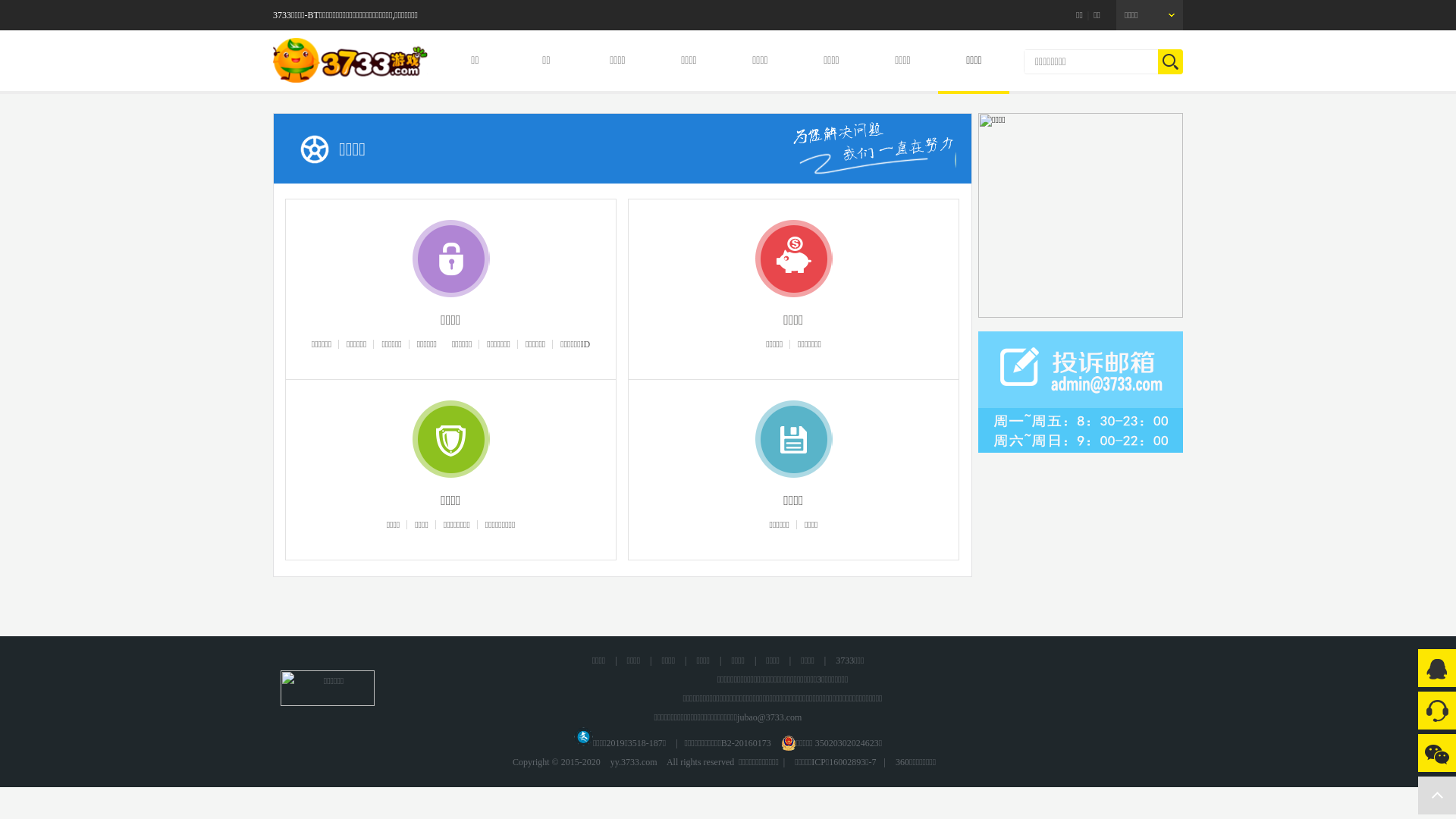  What do you see at coordinates (602, 762) in the screenshot?
I see `'yy.3733.com'` at bounding box center [602, 762].